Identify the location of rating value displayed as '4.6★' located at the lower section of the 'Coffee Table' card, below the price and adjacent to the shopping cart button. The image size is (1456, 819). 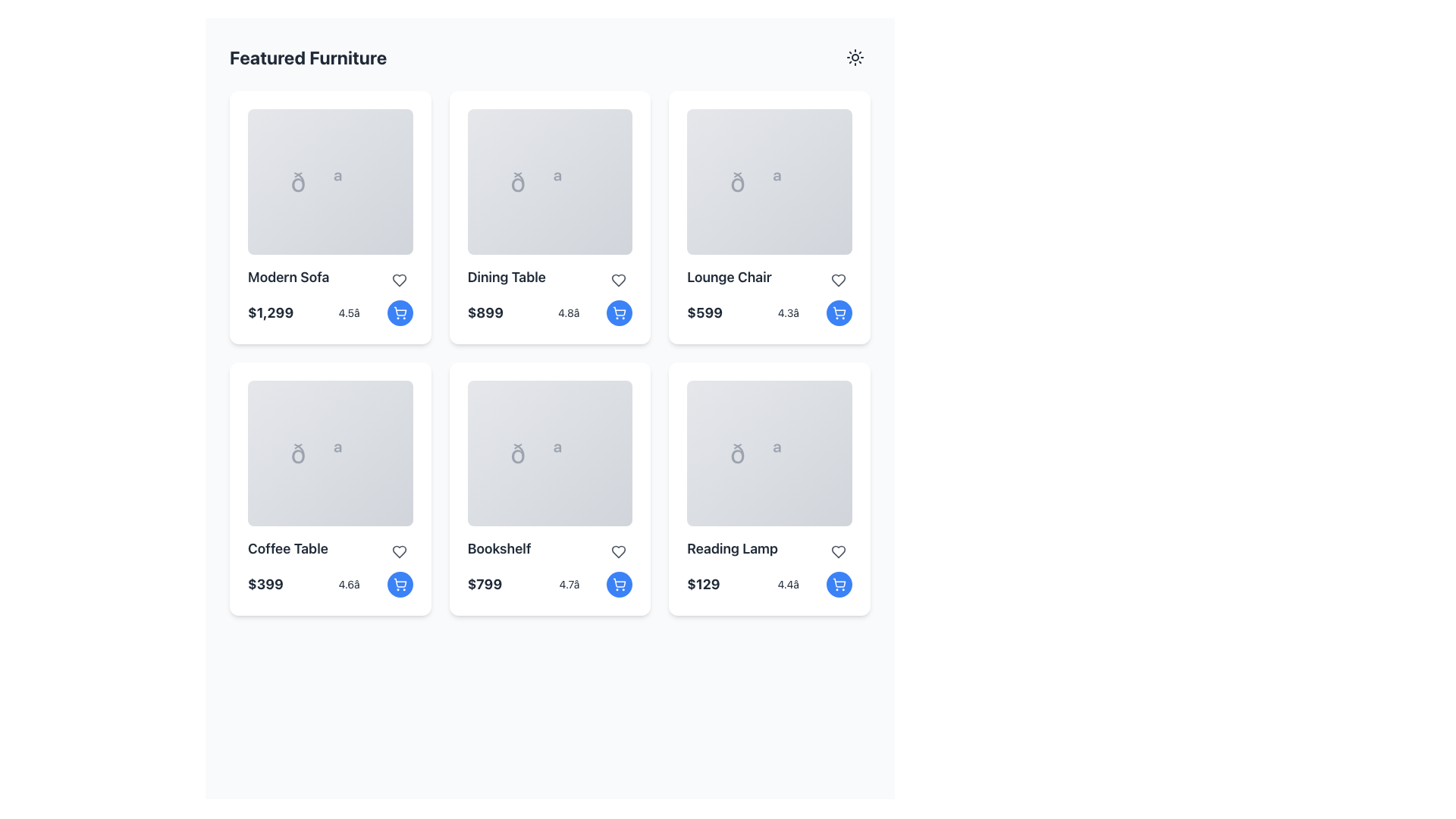
(359, 584).